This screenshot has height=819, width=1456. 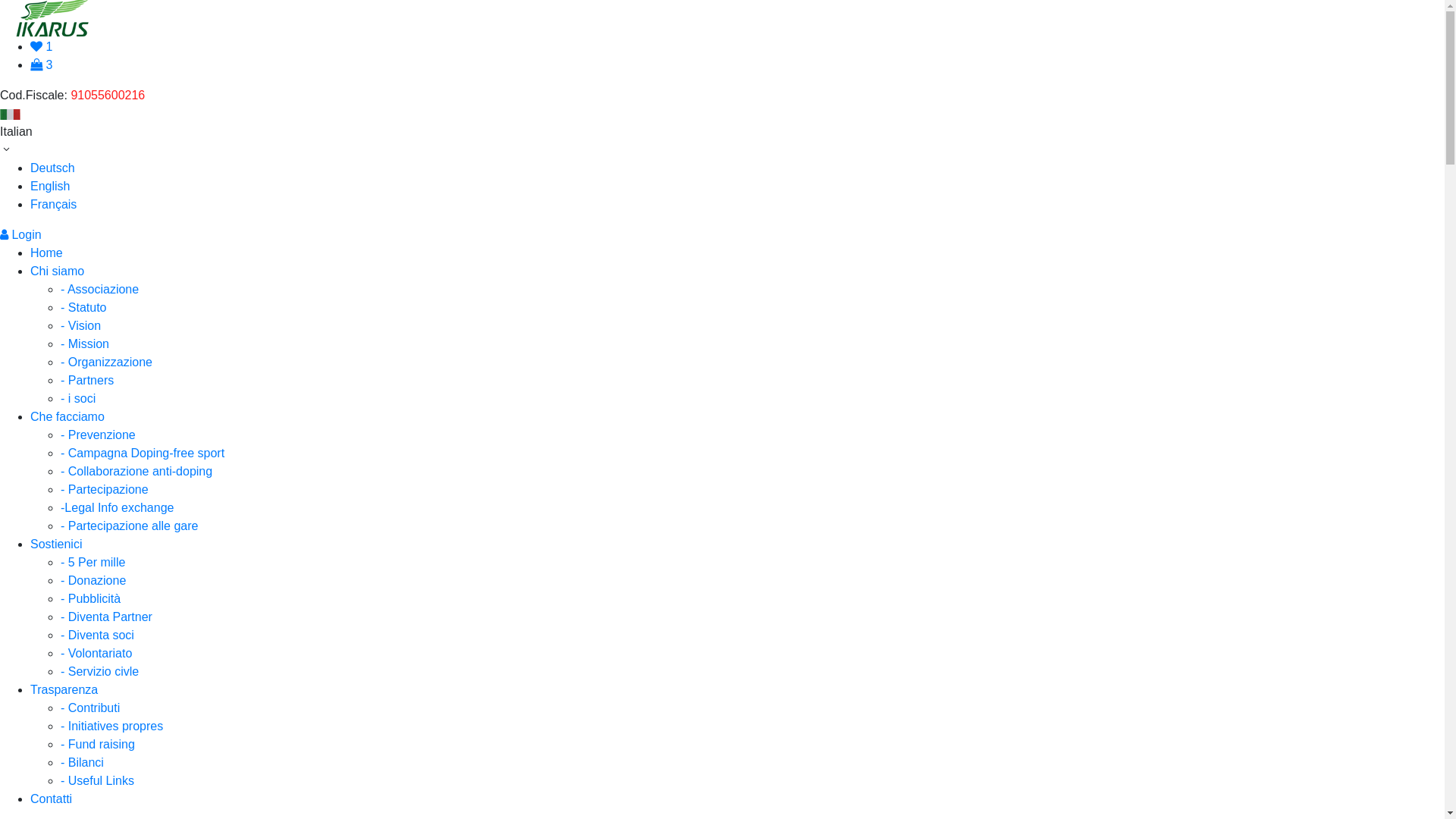 I want to click on '- Initiatives propres', so click(x=111, y=725).